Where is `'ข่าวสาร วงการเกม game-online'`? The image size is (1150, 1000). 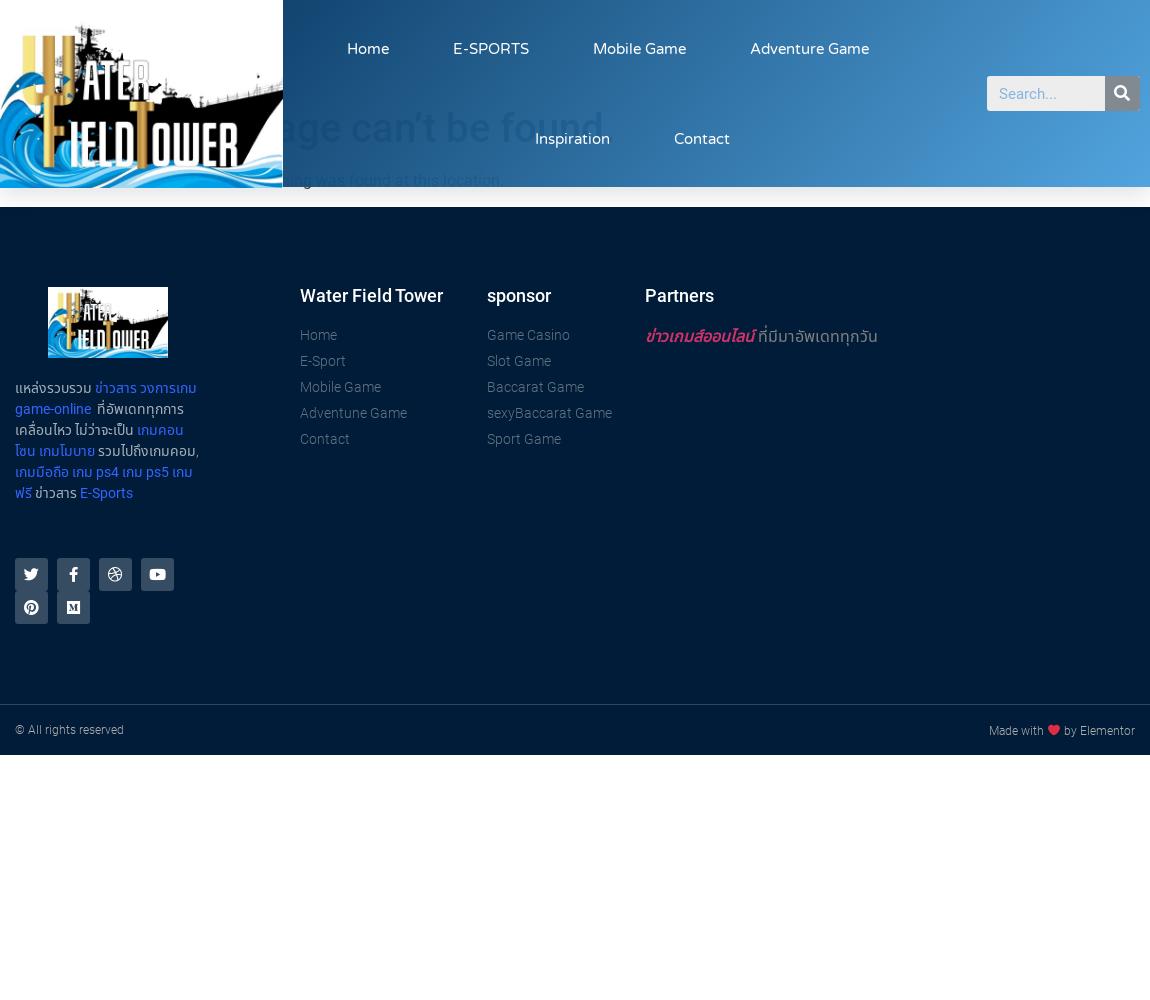
'ข่าวสาร วงการเกม game-online' is located at coordinates (105, 397).